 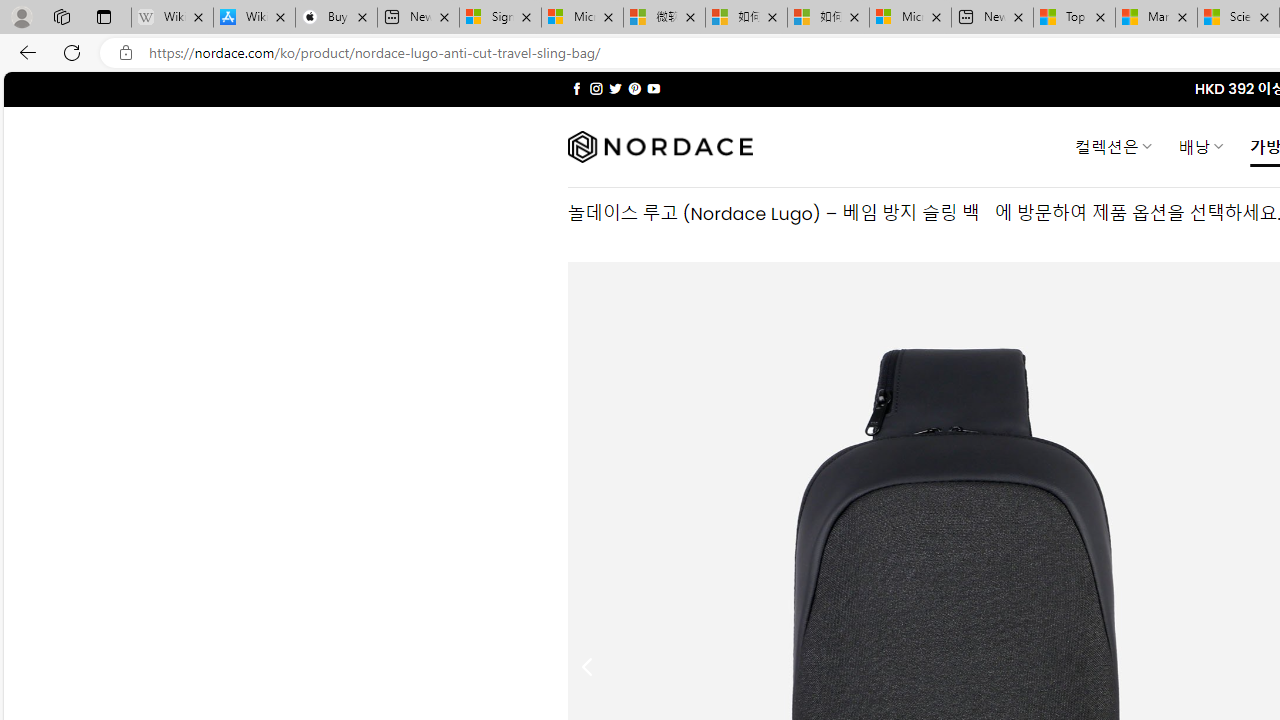 What do you see at coordinates (500, 17) in the screenshot?
I see `'Sign in to your Microsoft account'` at bounding box center [500, 17].